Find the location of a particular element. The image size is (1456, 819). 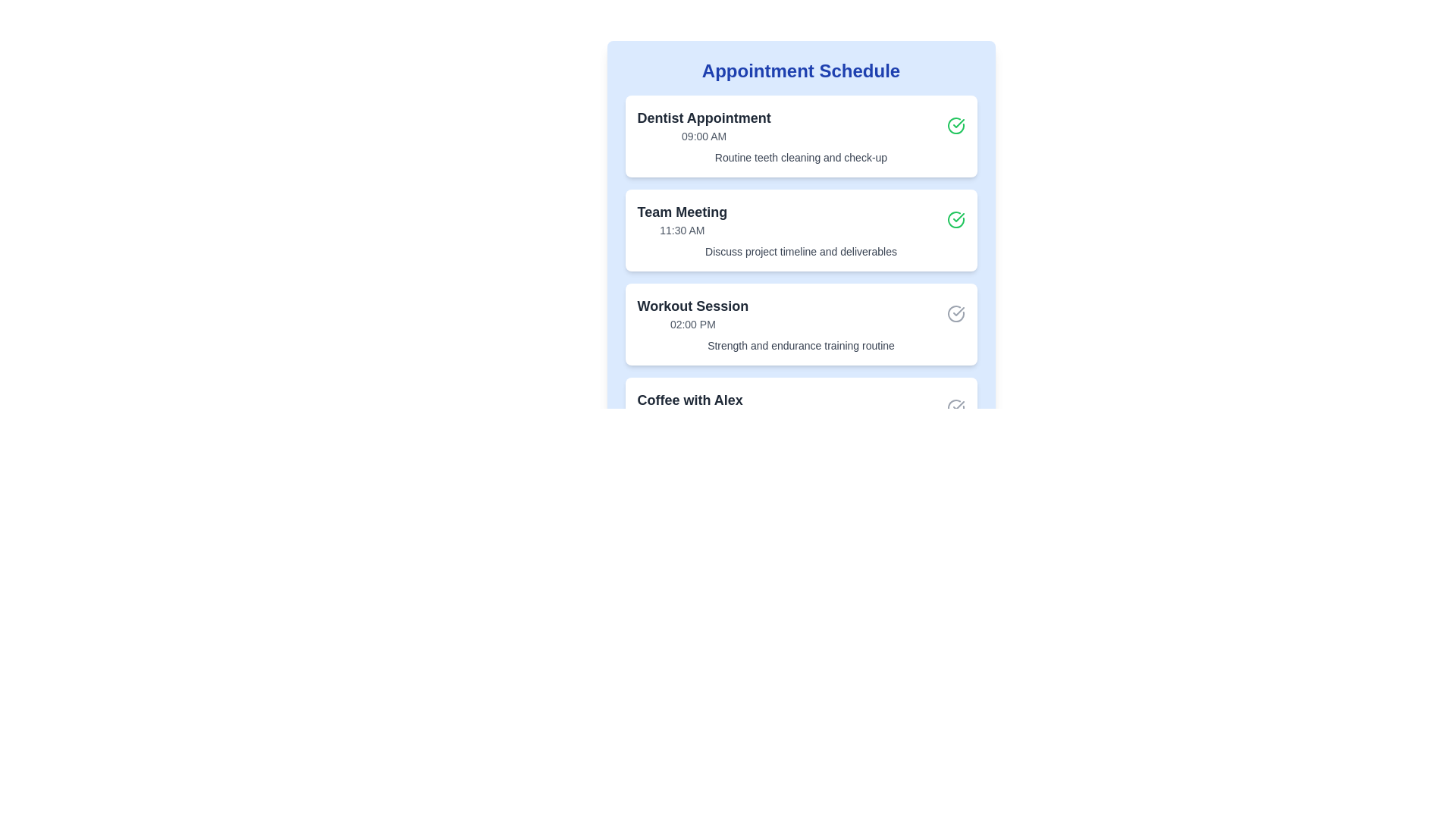

the first card component titled 'Dentist Appointment' in the 'Appointment Schedule' to see more details is located at coordinates (800, 136).